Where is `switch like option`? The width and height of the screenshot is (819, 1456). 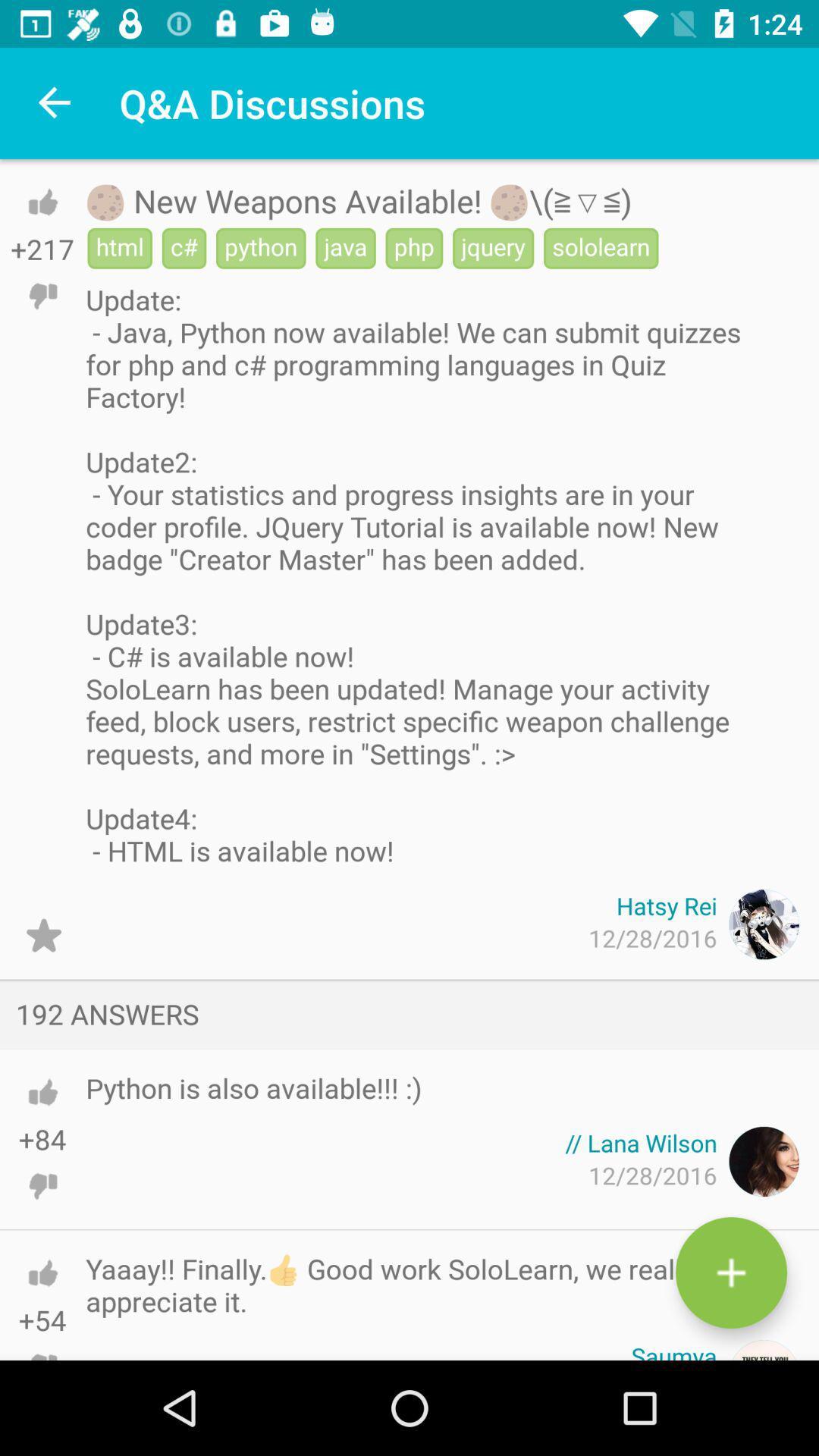 switch like option is located at coordinates (42, 1092).